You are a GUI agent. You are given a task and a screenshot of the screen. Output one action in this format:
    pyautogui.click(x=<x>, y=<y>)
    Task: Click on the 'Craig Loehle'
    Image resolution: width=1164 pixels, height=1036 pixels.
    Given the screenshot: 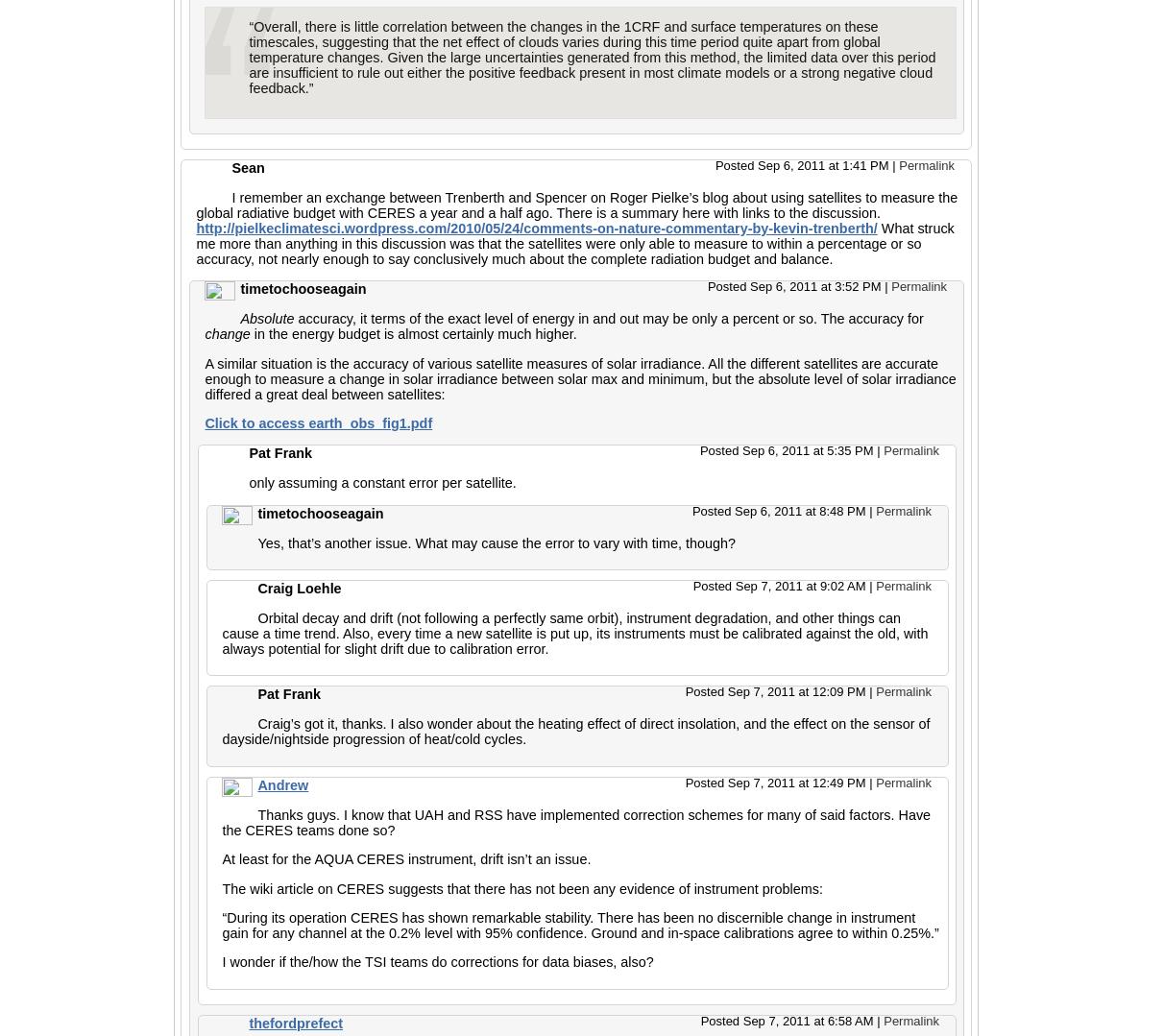 What is the action you would take?
    pyautogui.click(x=298, y=588)
    